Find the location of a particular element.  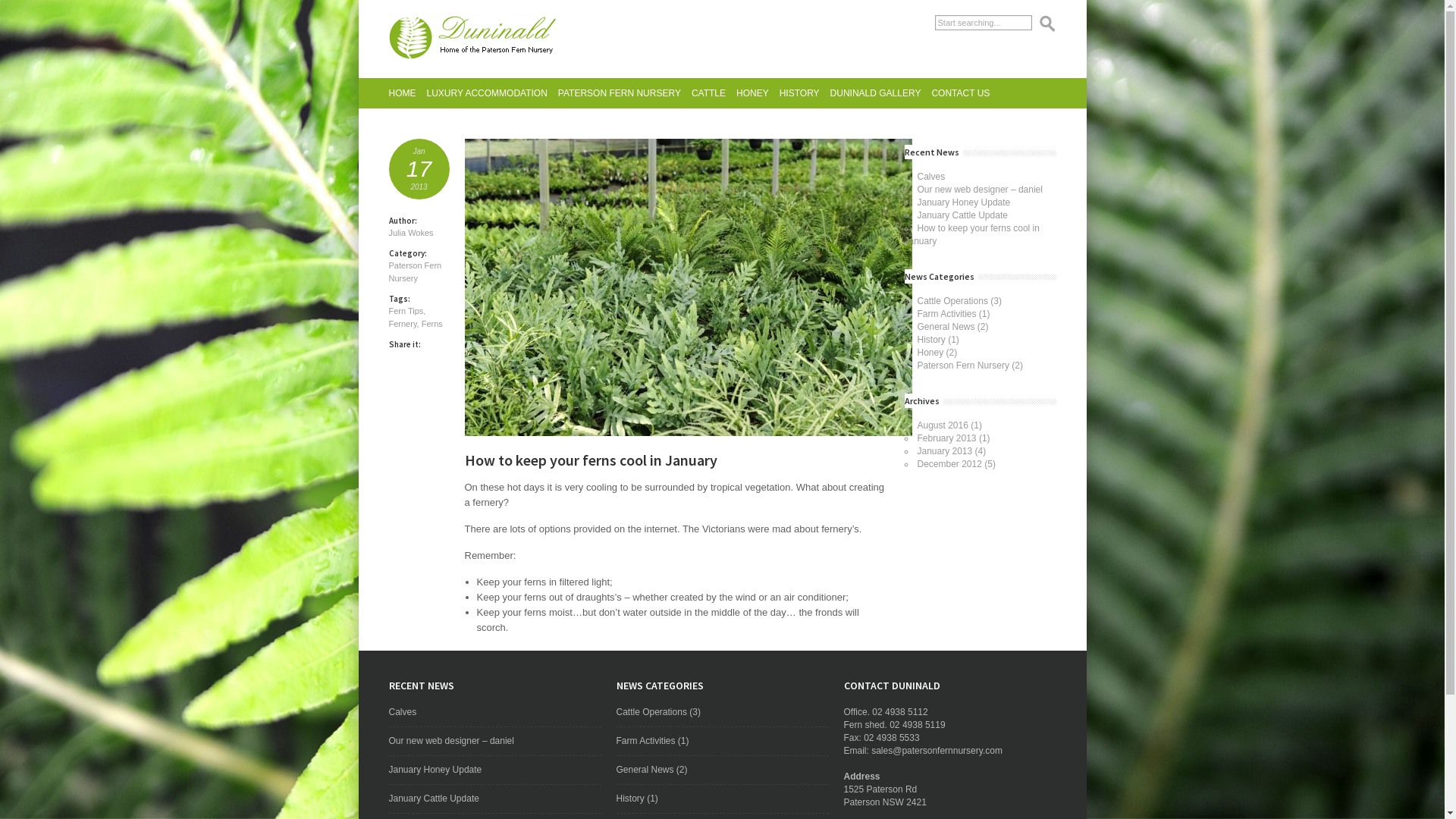

'Ferns' is located at coordinates (431, 323).